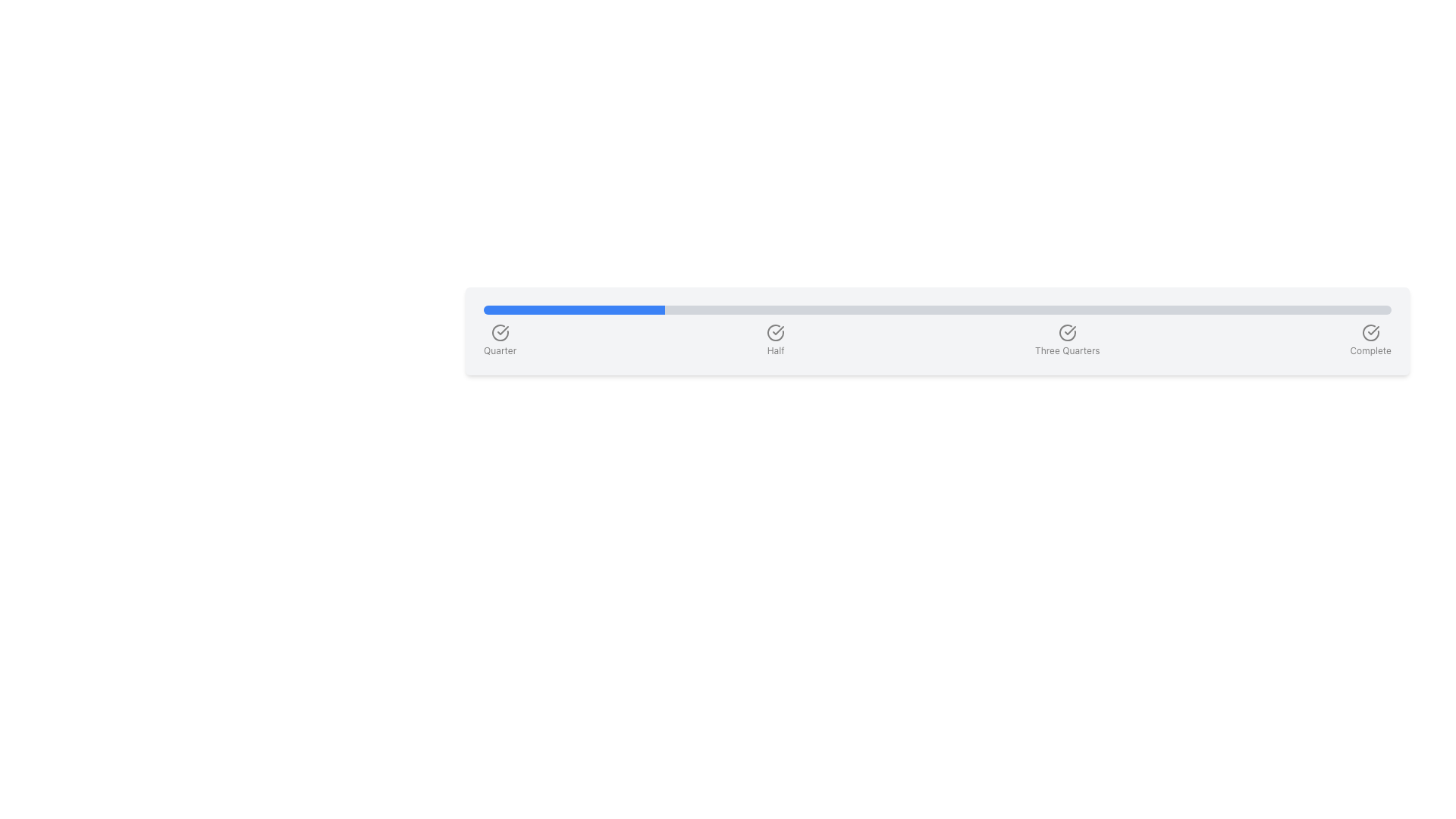 This screenshot has height=819, width=1456. What do you see at coordinates (1370, 332) in the screenshot?
I see `the circular icon with a checkmark inside, which is styled with a gray outline and is part of a grouped interface element at the far-right end of a horizontal progress indicator` at bounding box center [1370, 332].